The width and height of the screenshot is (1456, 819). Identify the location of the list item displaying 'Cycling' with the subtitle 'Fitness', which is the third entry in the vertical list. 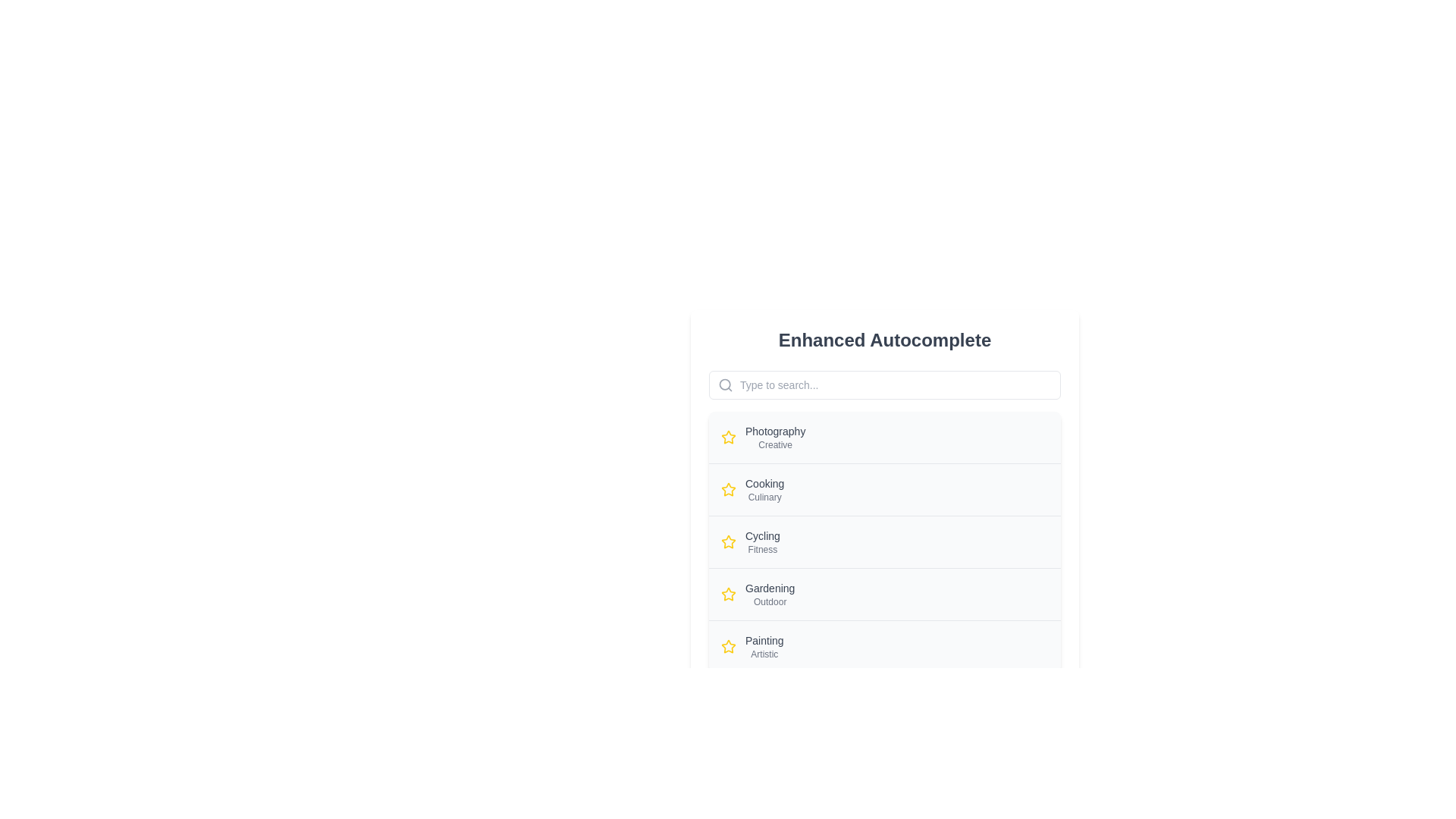
(884, 540).